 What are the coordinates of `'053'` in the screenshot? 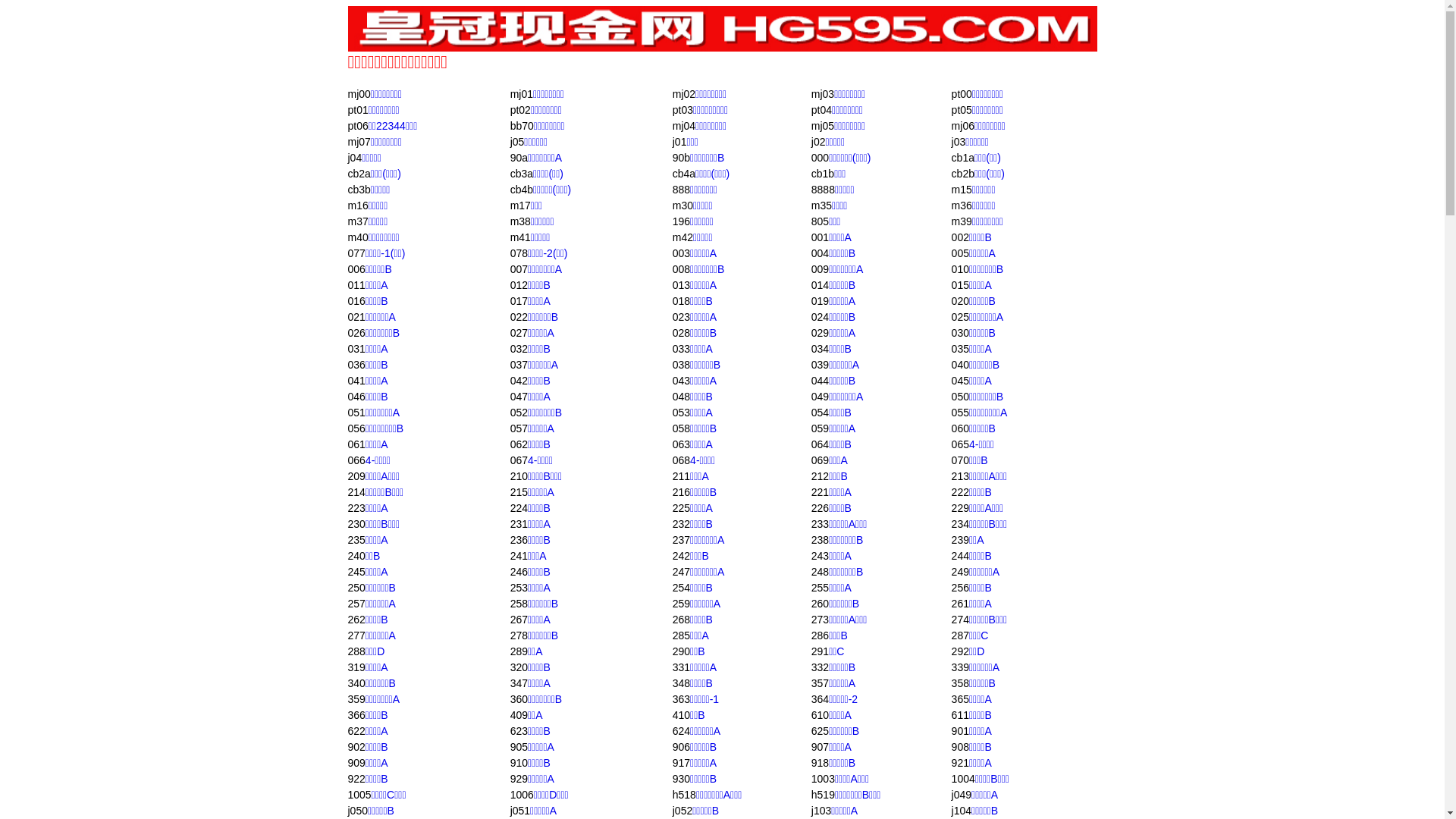 It's located at (680, 412).